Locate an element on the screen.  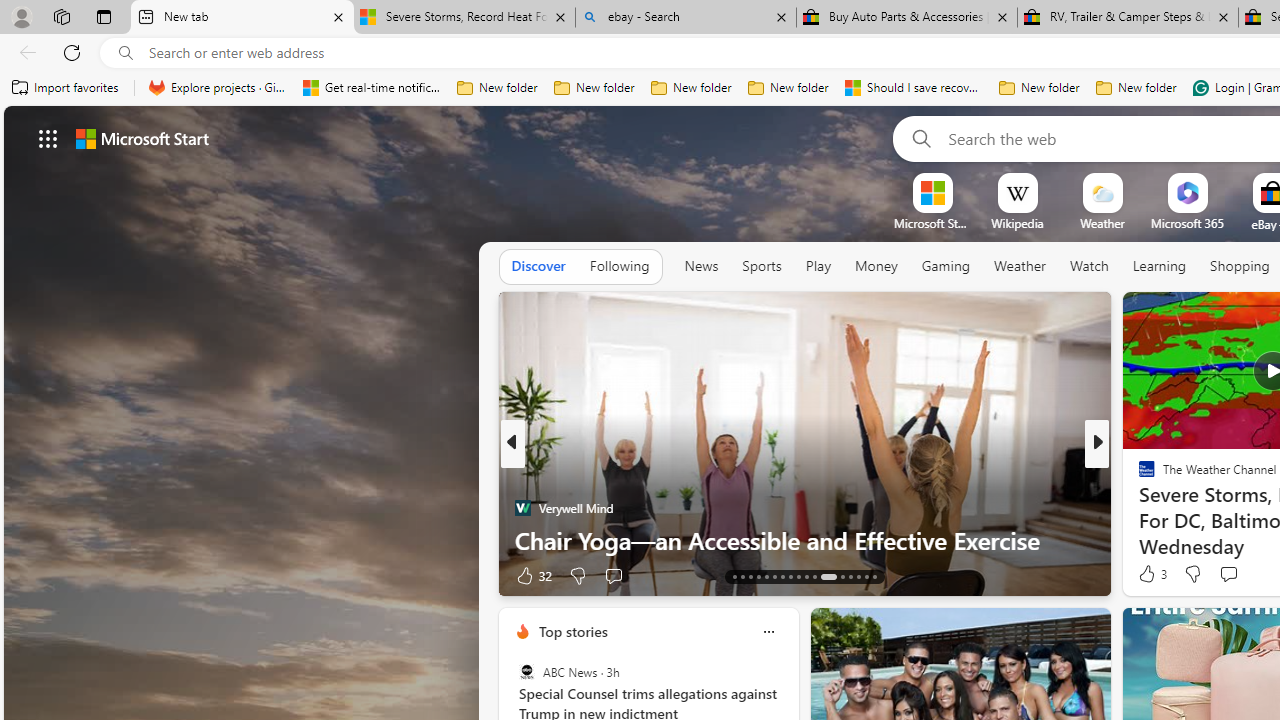
'Verywell Mind' is located at coordinates (522, 506).